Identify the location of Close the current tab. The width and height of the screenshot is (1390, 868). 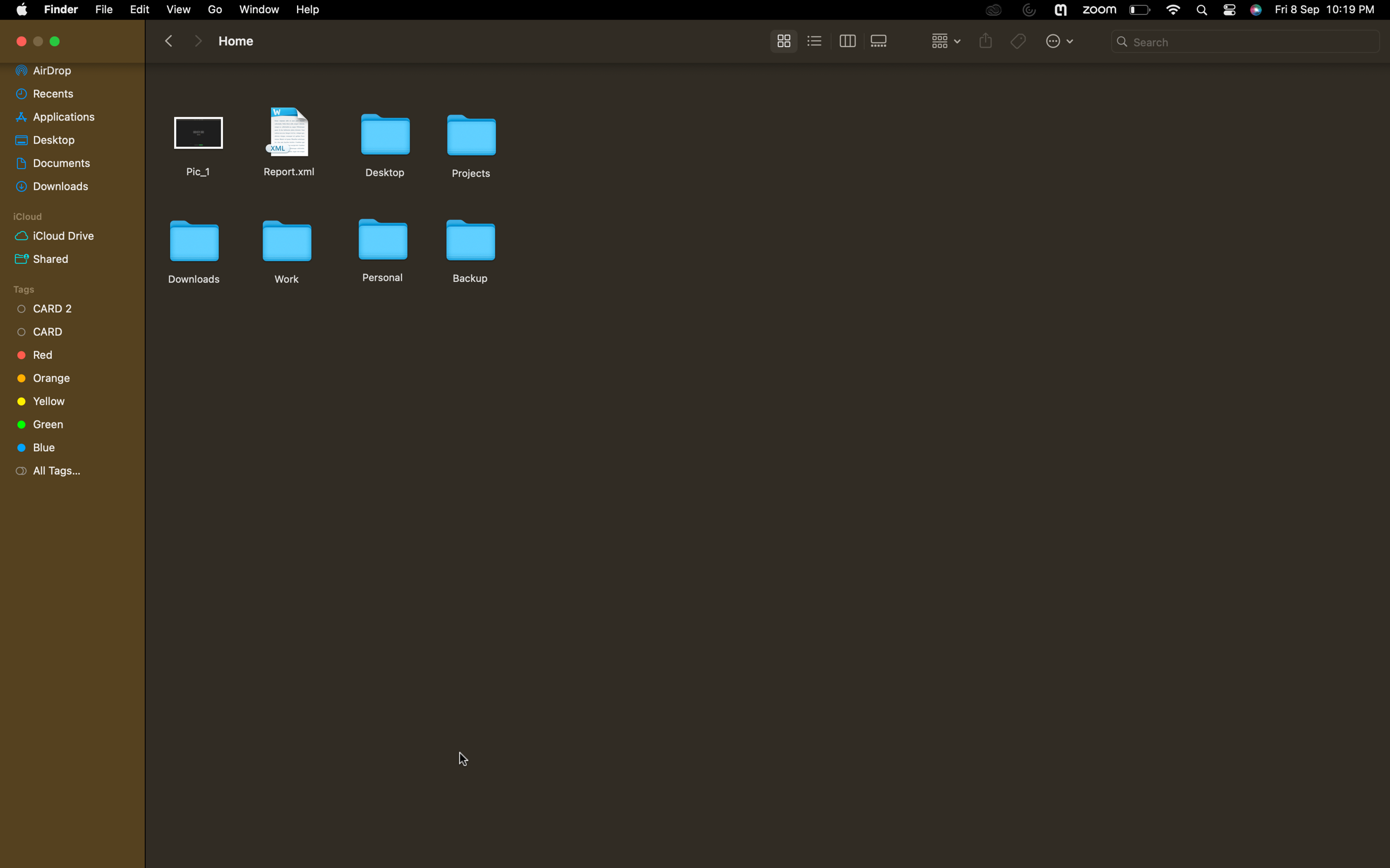
(21, 42).